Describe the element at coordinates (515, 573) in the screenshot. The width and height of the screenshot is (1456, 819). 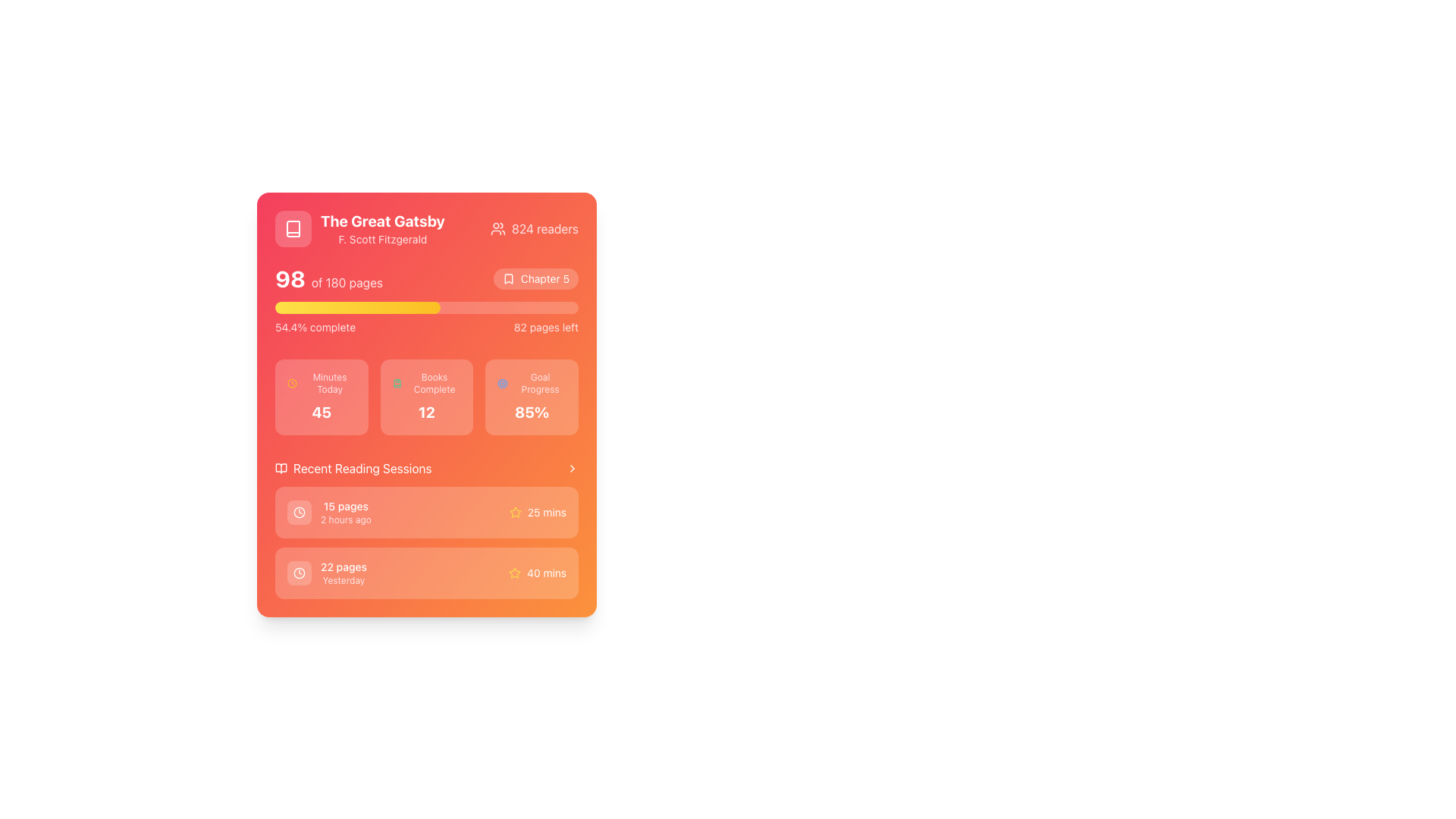
I see `the yellow star-shaped icon located next to the text '25 mins' under the 'Recent Reading Sessions' section` at that location.